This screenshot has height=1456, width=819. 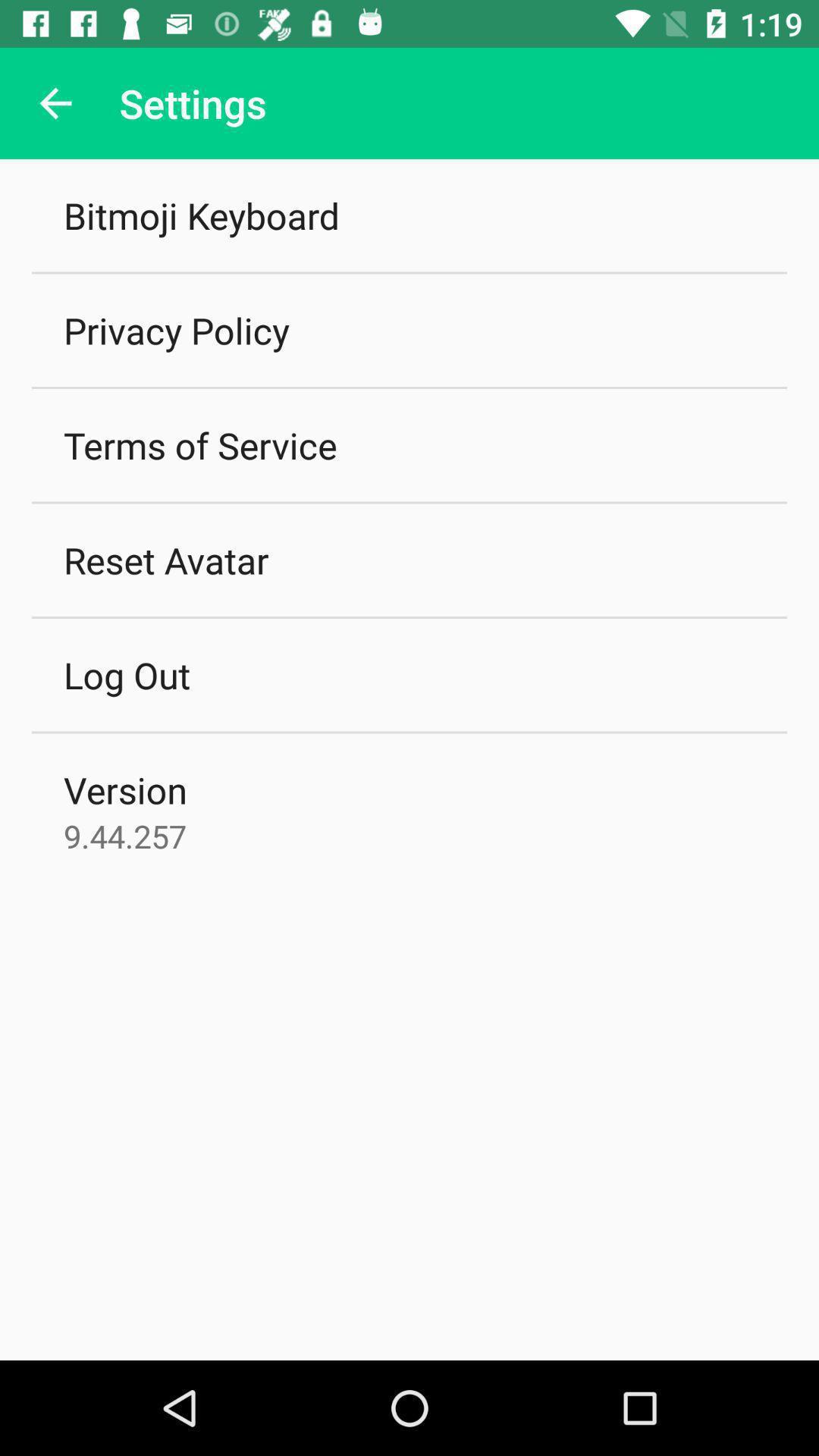 I want to click on the icon to the left of settings icon, so click(x=55, y=102).